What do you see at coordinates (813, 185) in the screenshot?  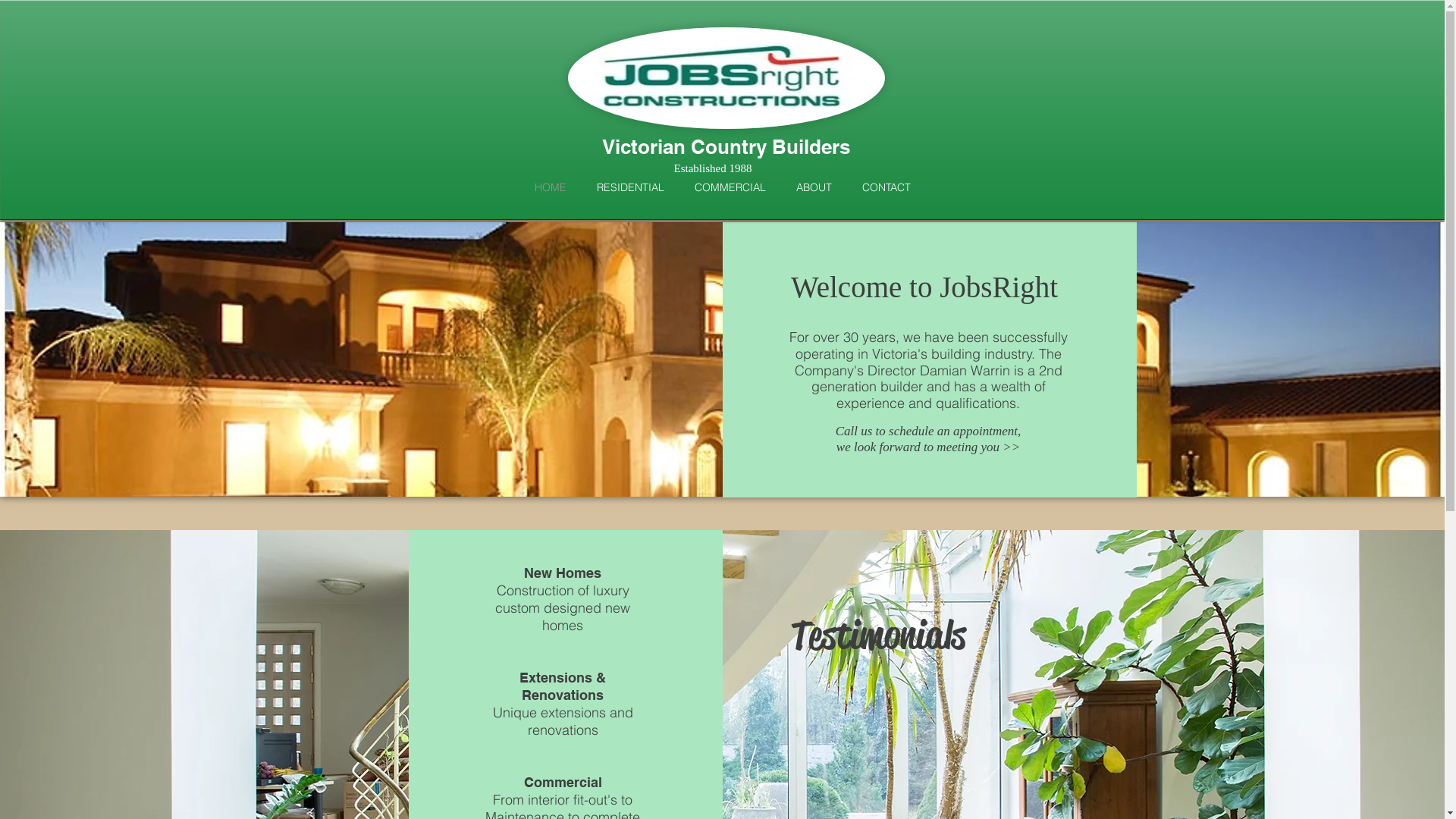 I see `'ABOUT'` at bounding box center [813, 185].